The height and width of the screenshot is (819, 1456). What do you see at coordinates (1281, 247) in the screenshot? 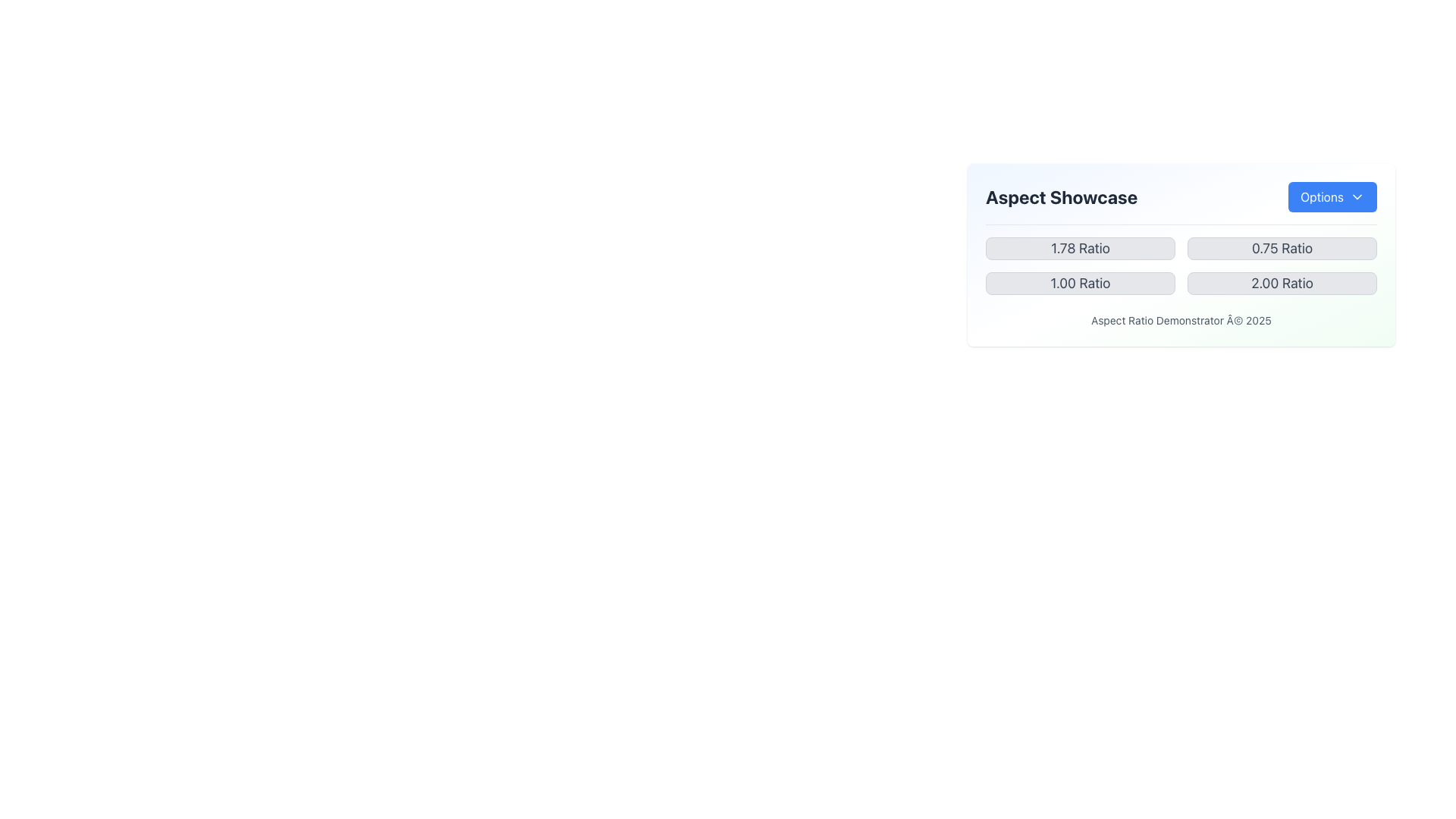
I see `the '0.75 Ratio' button, which is the second button in a grid of four` at bounding box center [1281, 247].